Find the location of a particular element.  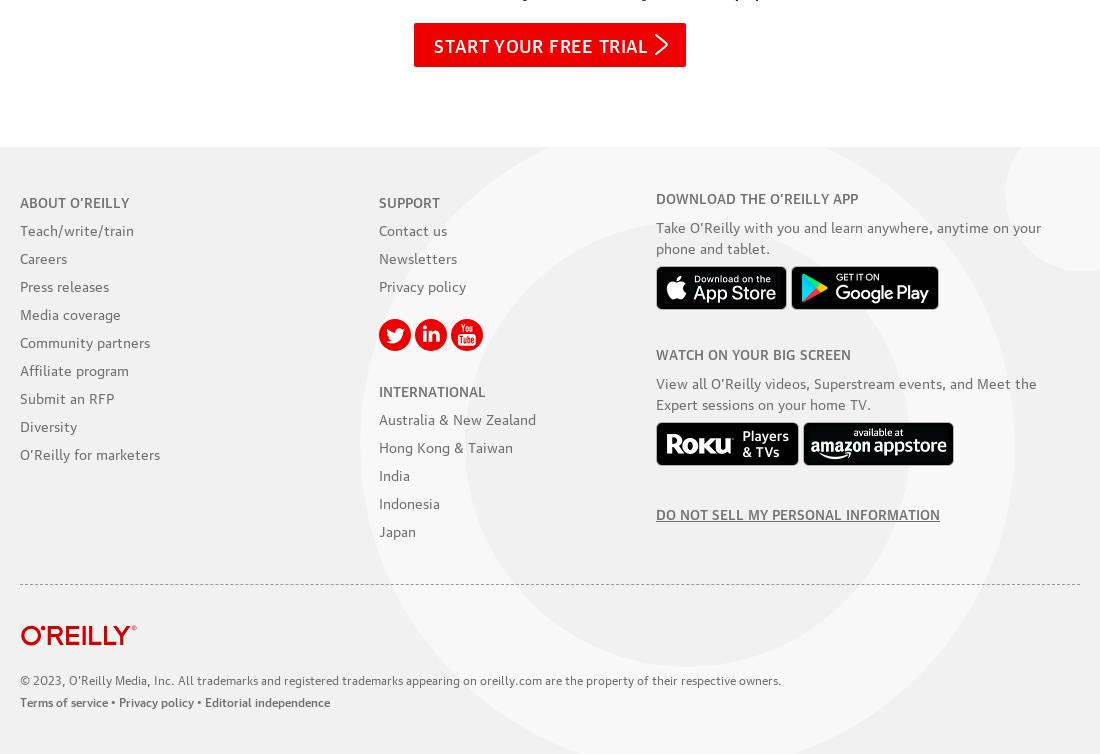

'Editorial independence' is located at coordinates (267, 699).